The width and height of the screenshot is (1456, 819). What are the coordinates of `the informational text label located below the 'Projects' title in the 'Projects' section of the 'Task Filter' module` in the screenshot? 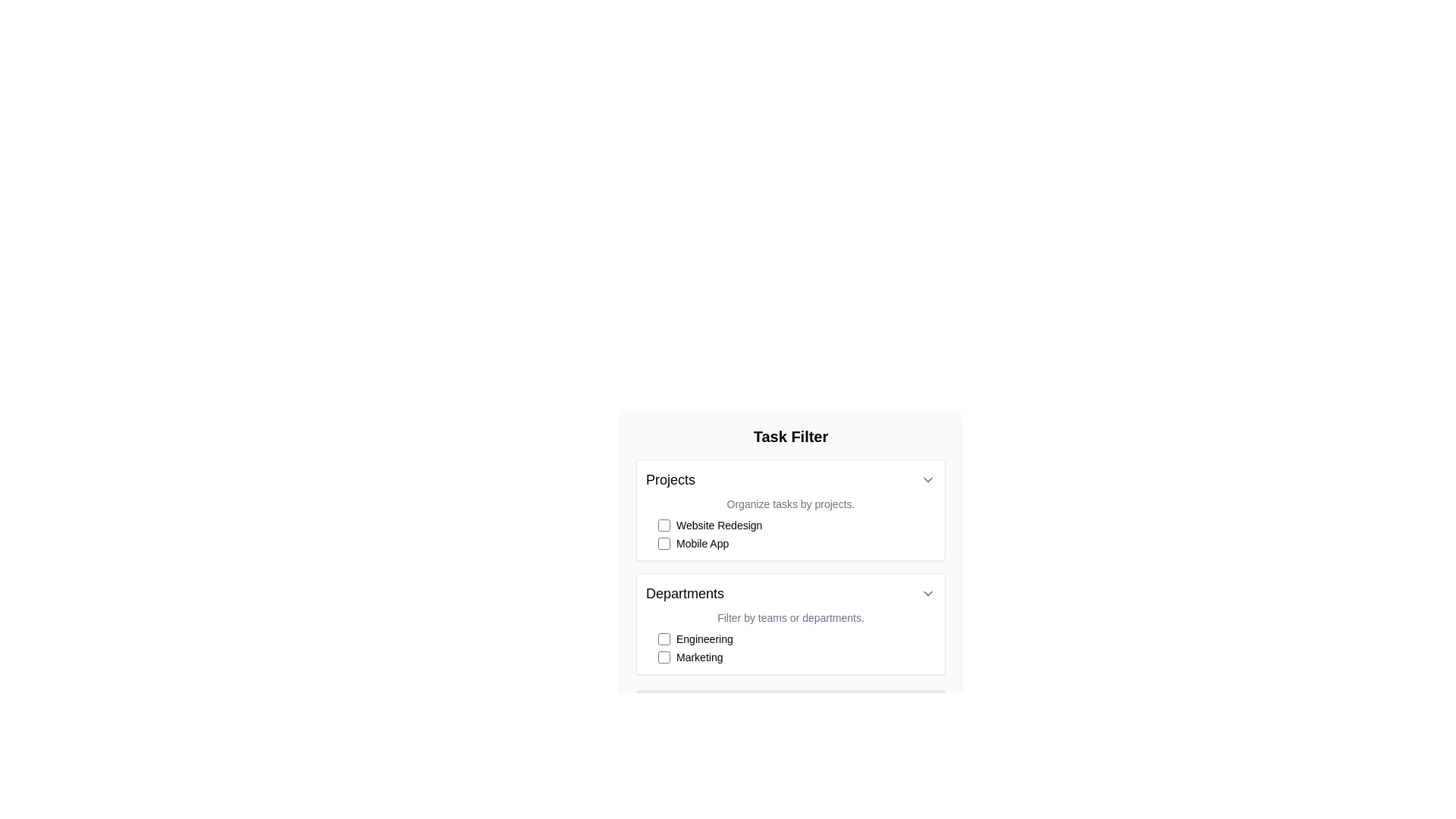 It's located at (789, 504).